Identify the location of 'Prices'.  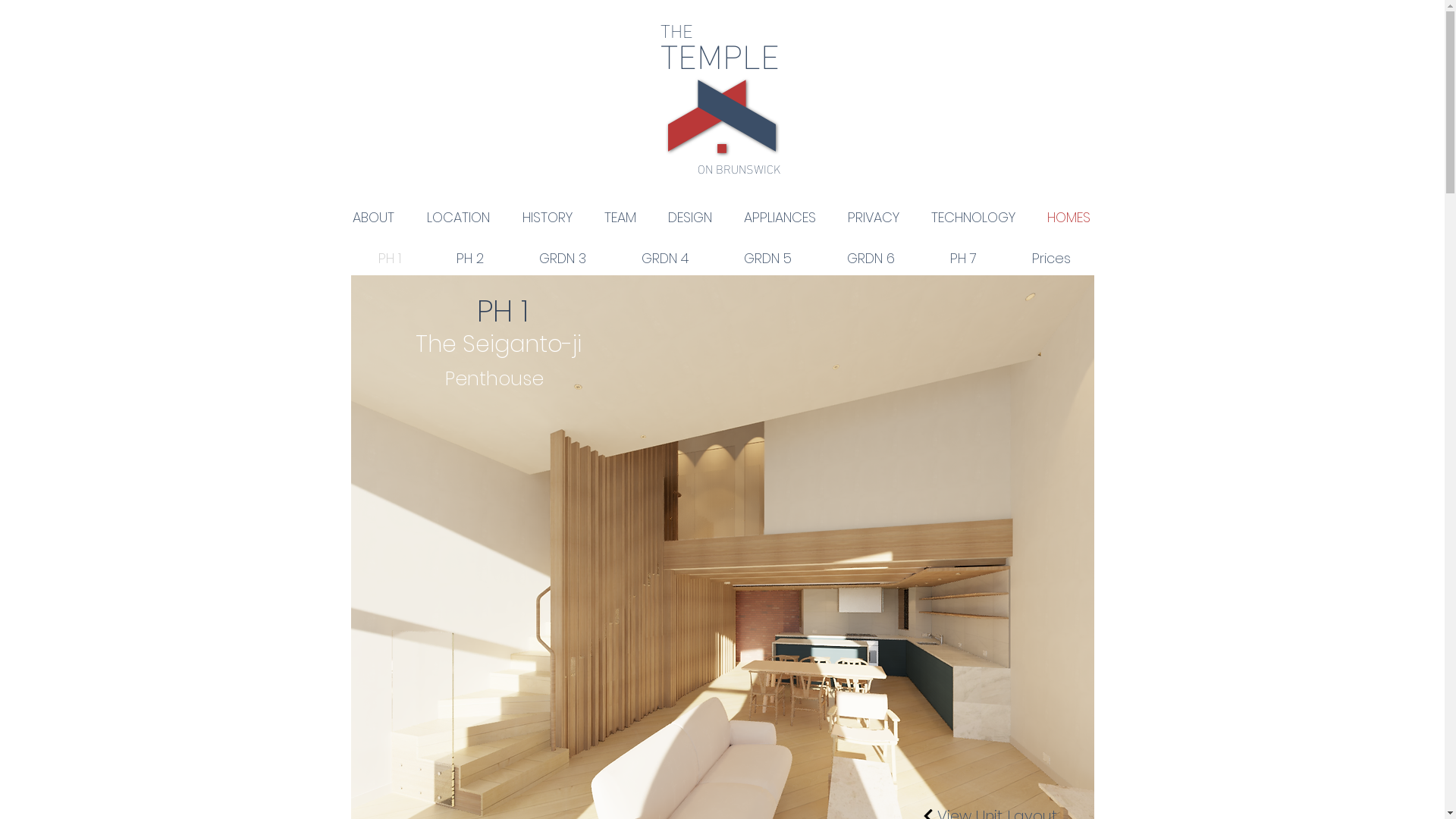
(1050, 257).